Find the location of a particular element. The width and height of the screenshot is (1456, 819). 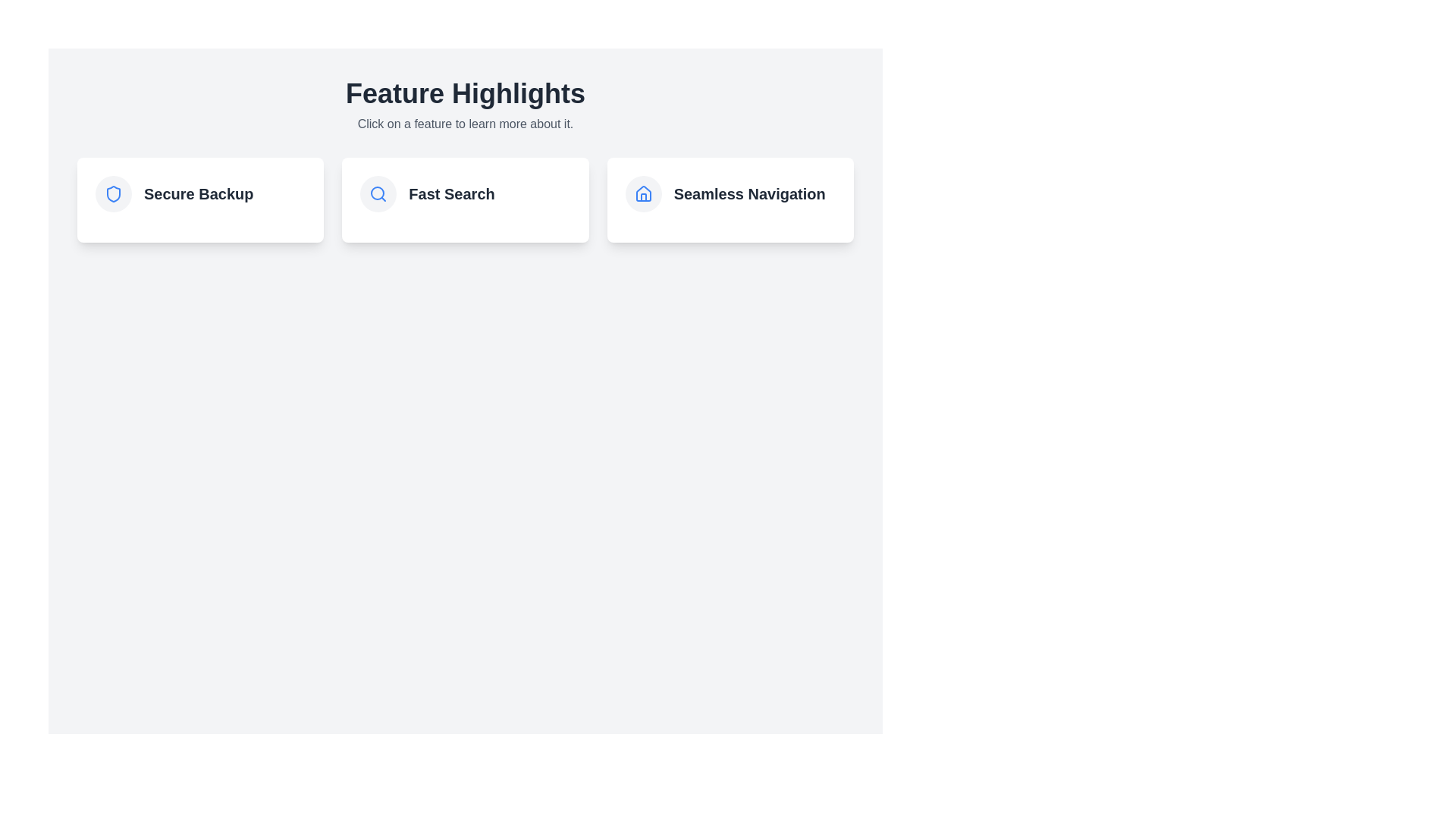

the sharp-edged shield icon with a blue outline, located within the gray circular button in the 'Secure Backup' card of the 'Feature Highlights' section is located at coordinates (112, 193).